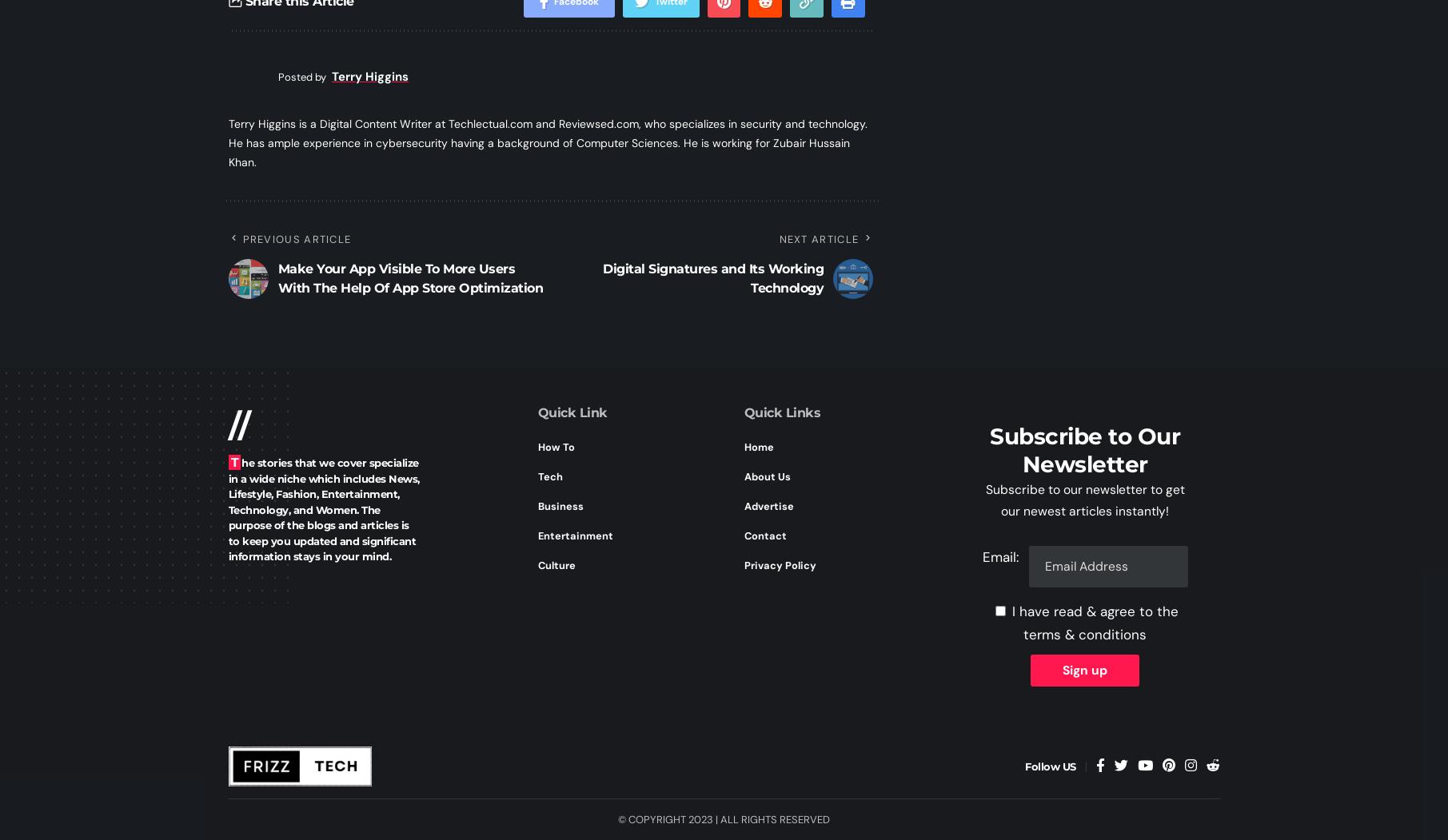 This screenshot has width=1448, height=840. Describe the element at coordinates (742, 445) in the screenshot. I see `'Home'` at that location.